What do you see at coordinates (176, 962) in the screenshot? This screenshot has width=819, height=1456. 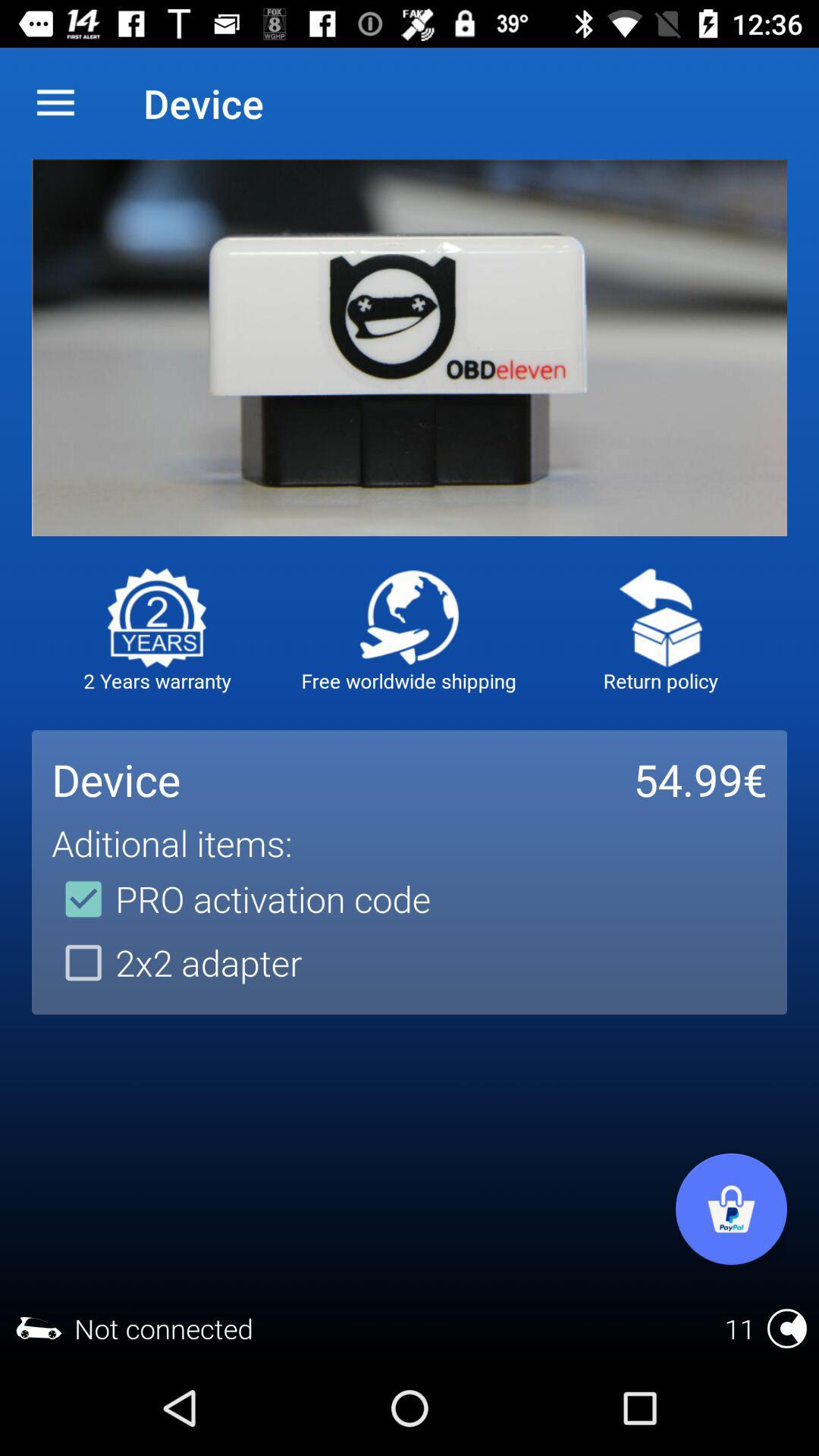 I see `2x2 adapter` at bounding box center [176, 962].